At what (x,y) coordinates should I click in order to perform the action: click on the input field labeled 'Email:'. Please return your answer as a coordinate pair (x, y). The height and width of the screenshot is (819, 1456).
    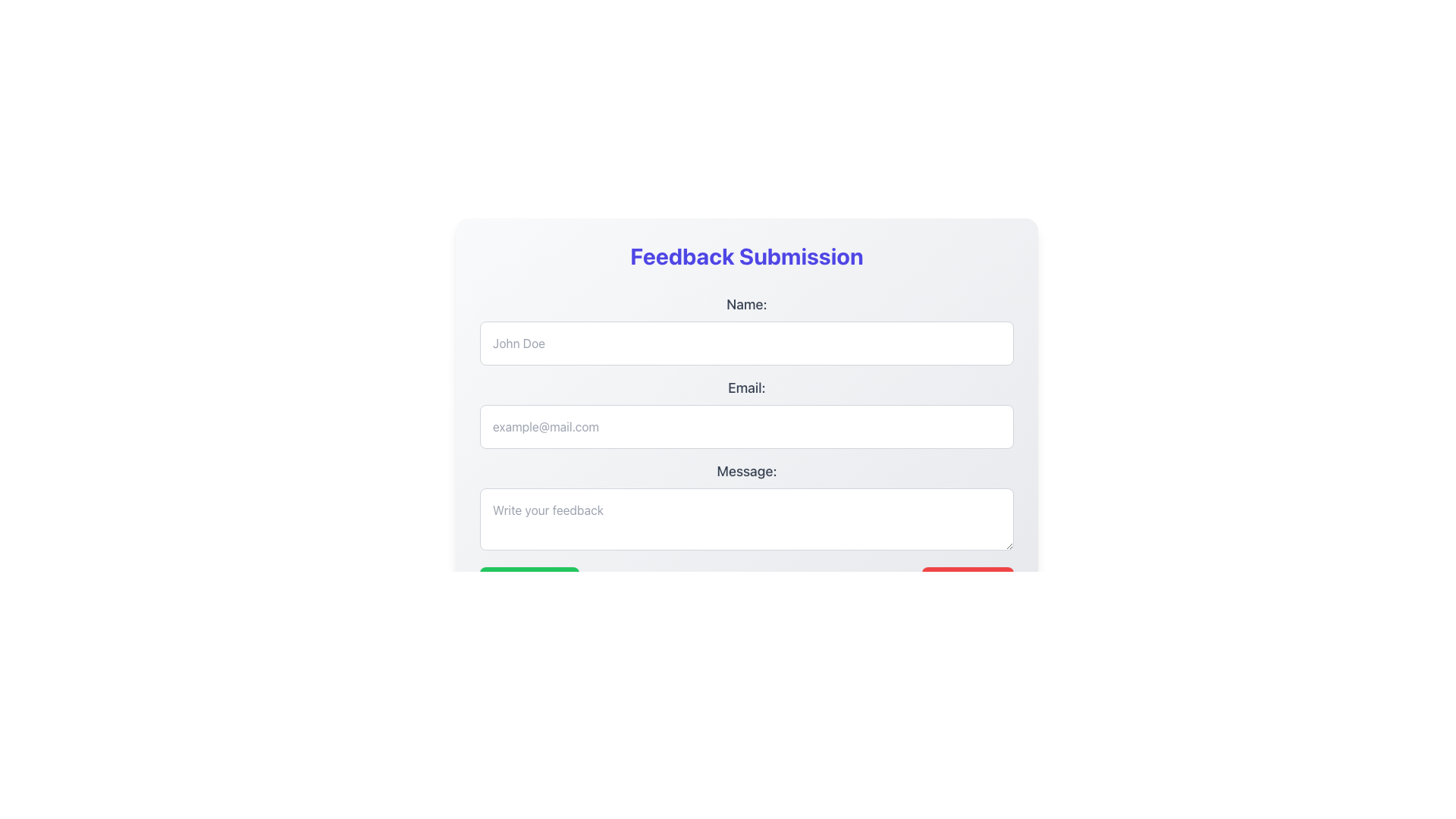
    Looking at the image, I should click on (746, 413).